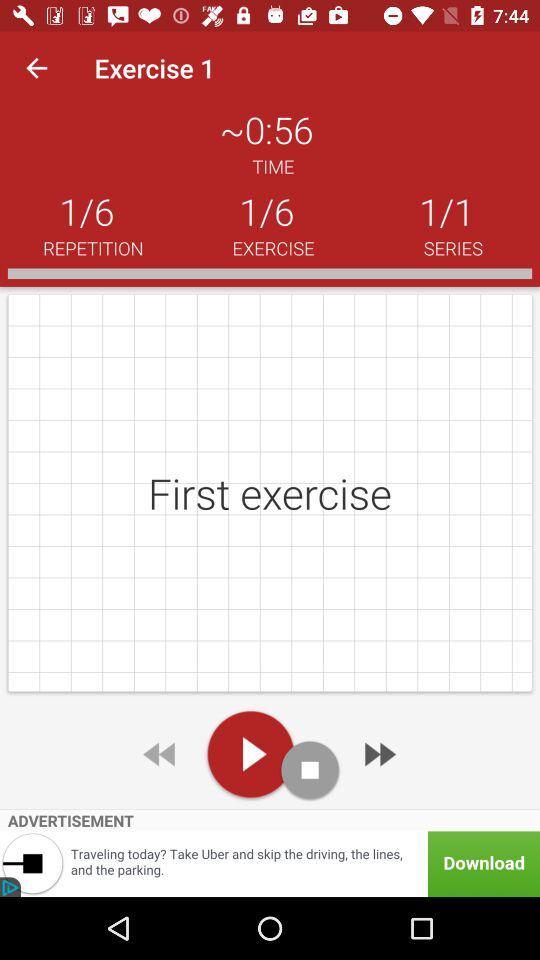 Image resolution: width=540 pixels, height=960 pixels. What do you see at coordinates (378, 753) in the screenshot?
I see `the forward arrow button` at bounding box center [378, 753].